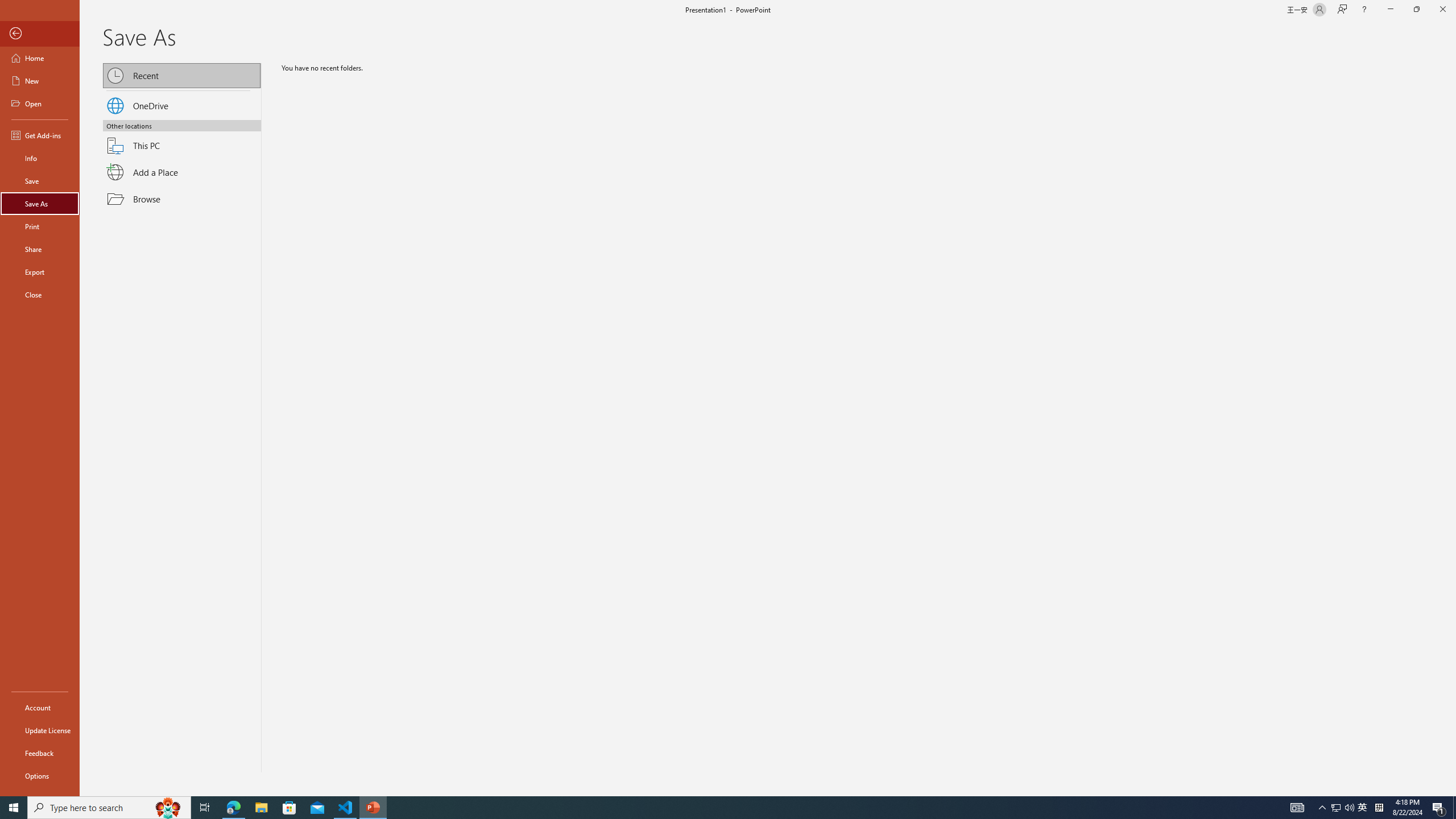 The image size is (1456, 819). Describe the element at coordinates (39, 202) in the screenshot. I see `'Save As'` at that location.